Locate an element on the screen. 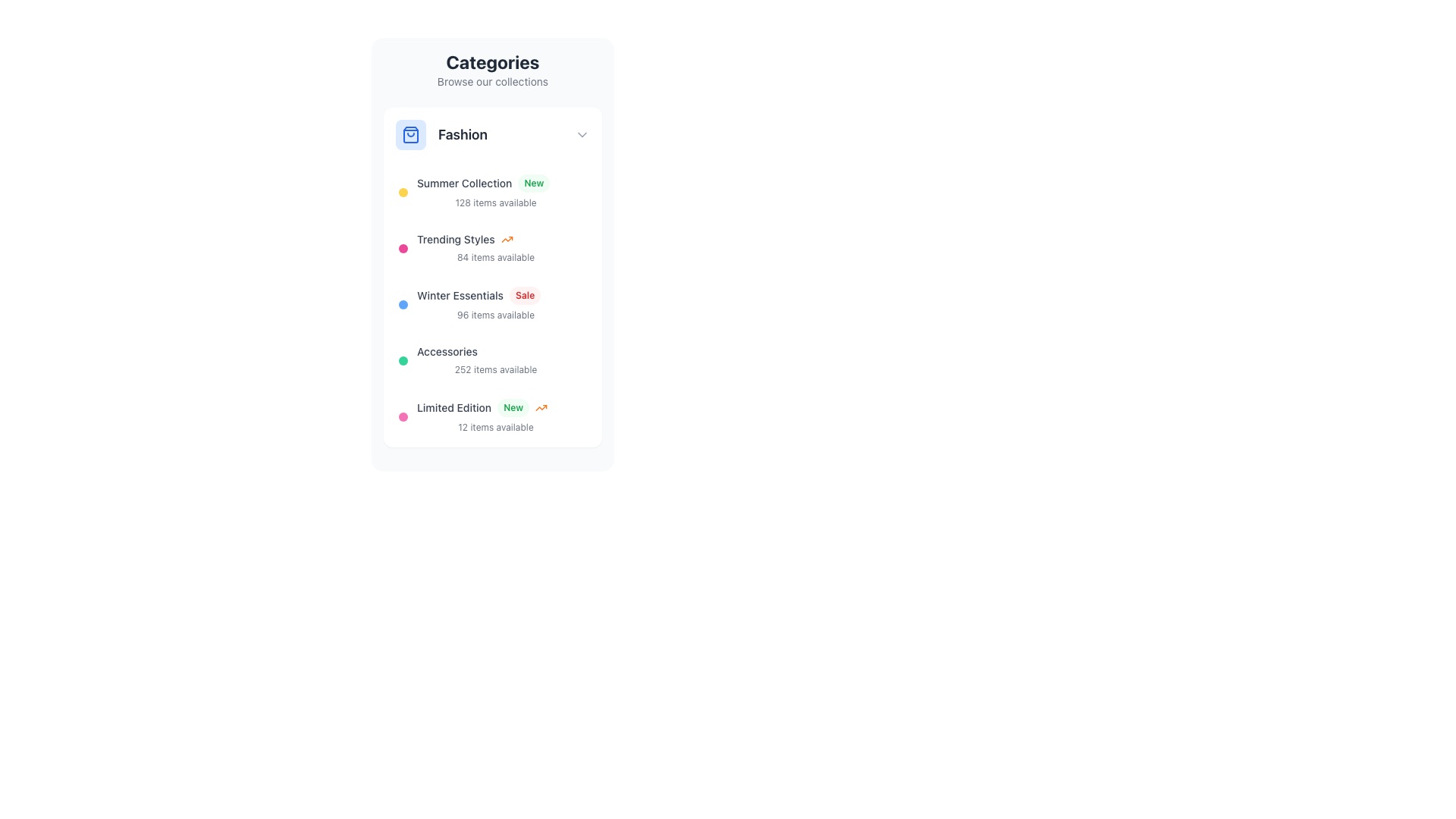  the small circular icon with a pink background located to the left of the 'Trending Styles' text is located at coordinates (403, 247).